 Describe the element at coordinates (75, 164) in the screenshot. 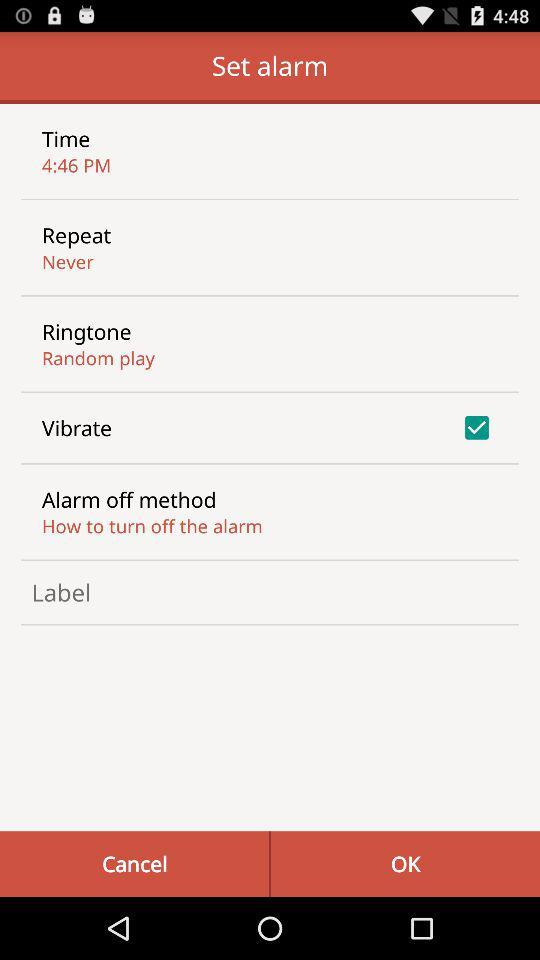

I see `the app below the time app` at that location.